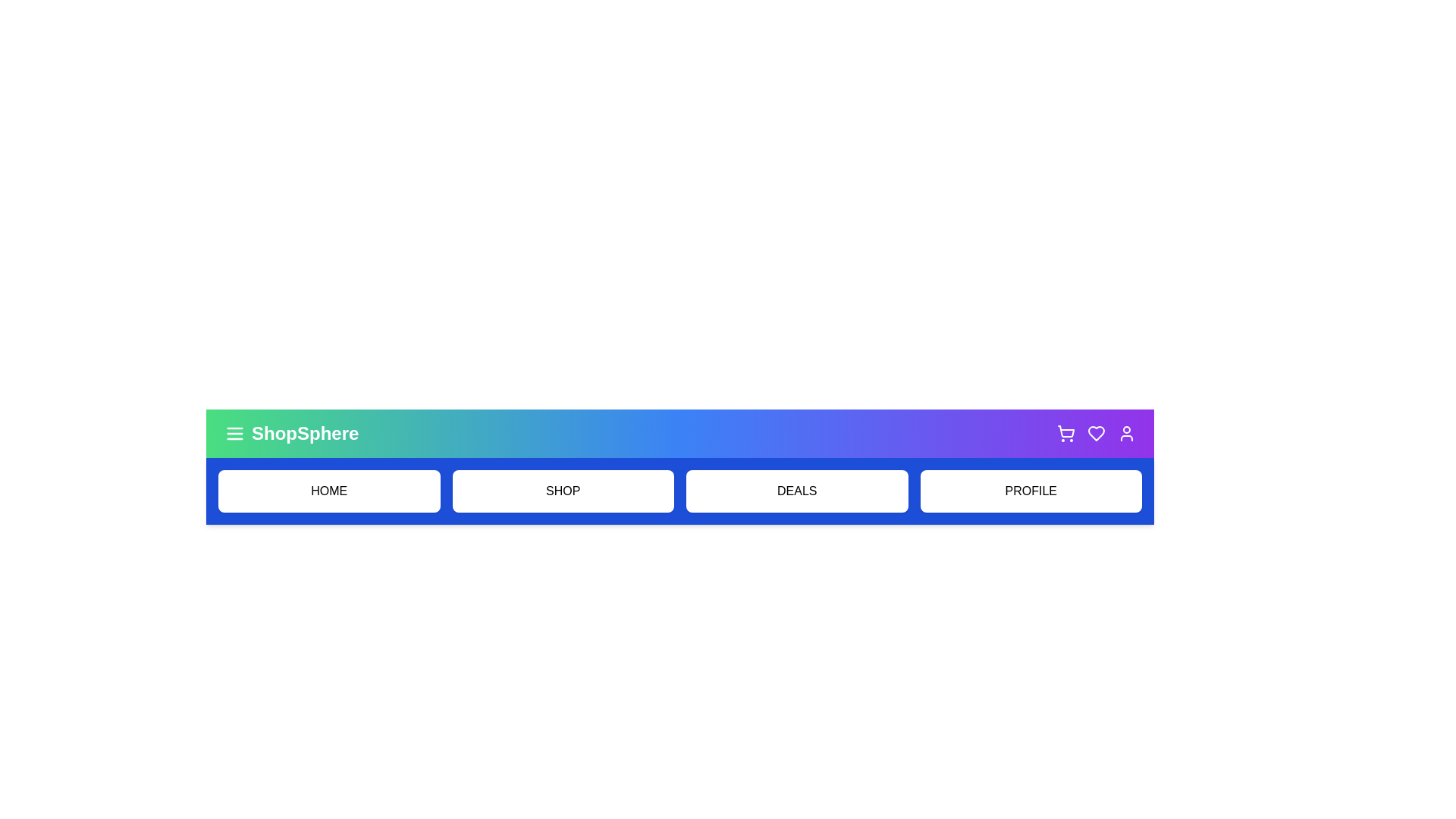 The image size is (1456, 819). What do you see at coordinates (562, 491) in the screenshot?
I see `the 'Shop' menu item` at bounding box center [562, 491].